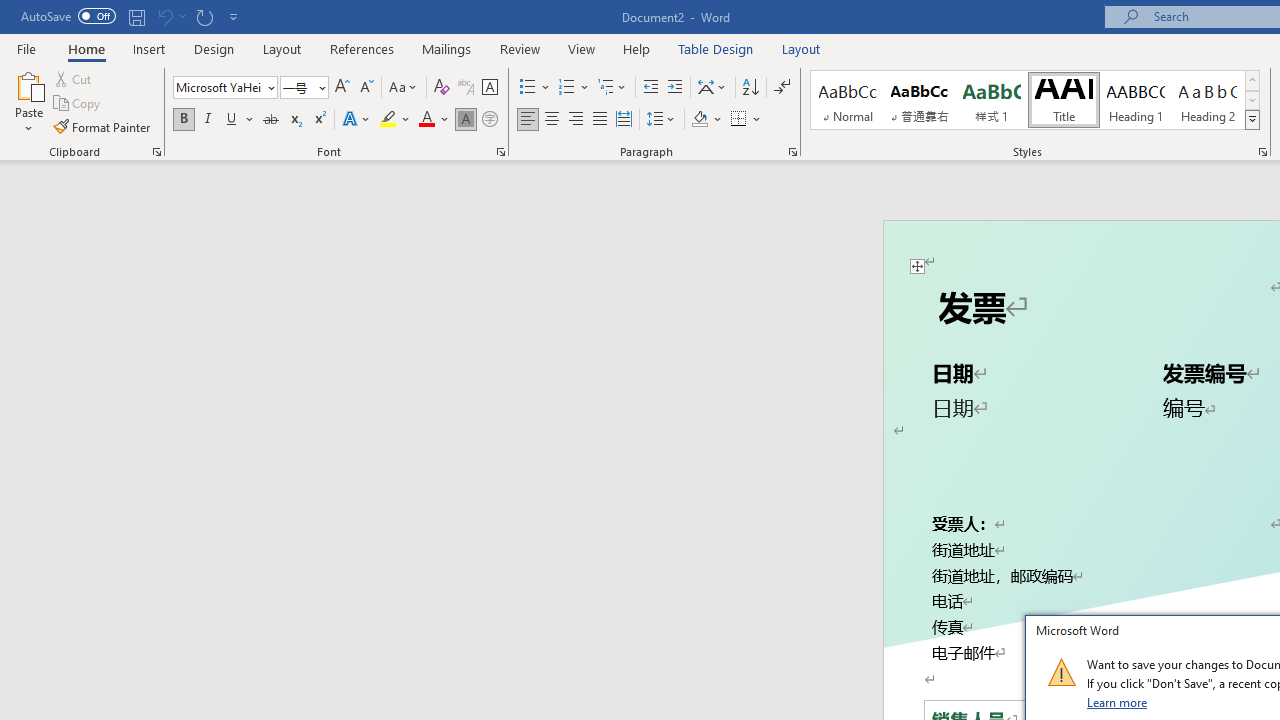 This screenshot has width=1280, height=720. Describe the element at coordinates (1251, 120) in the screenshot. I see `'Styles'` at that location.